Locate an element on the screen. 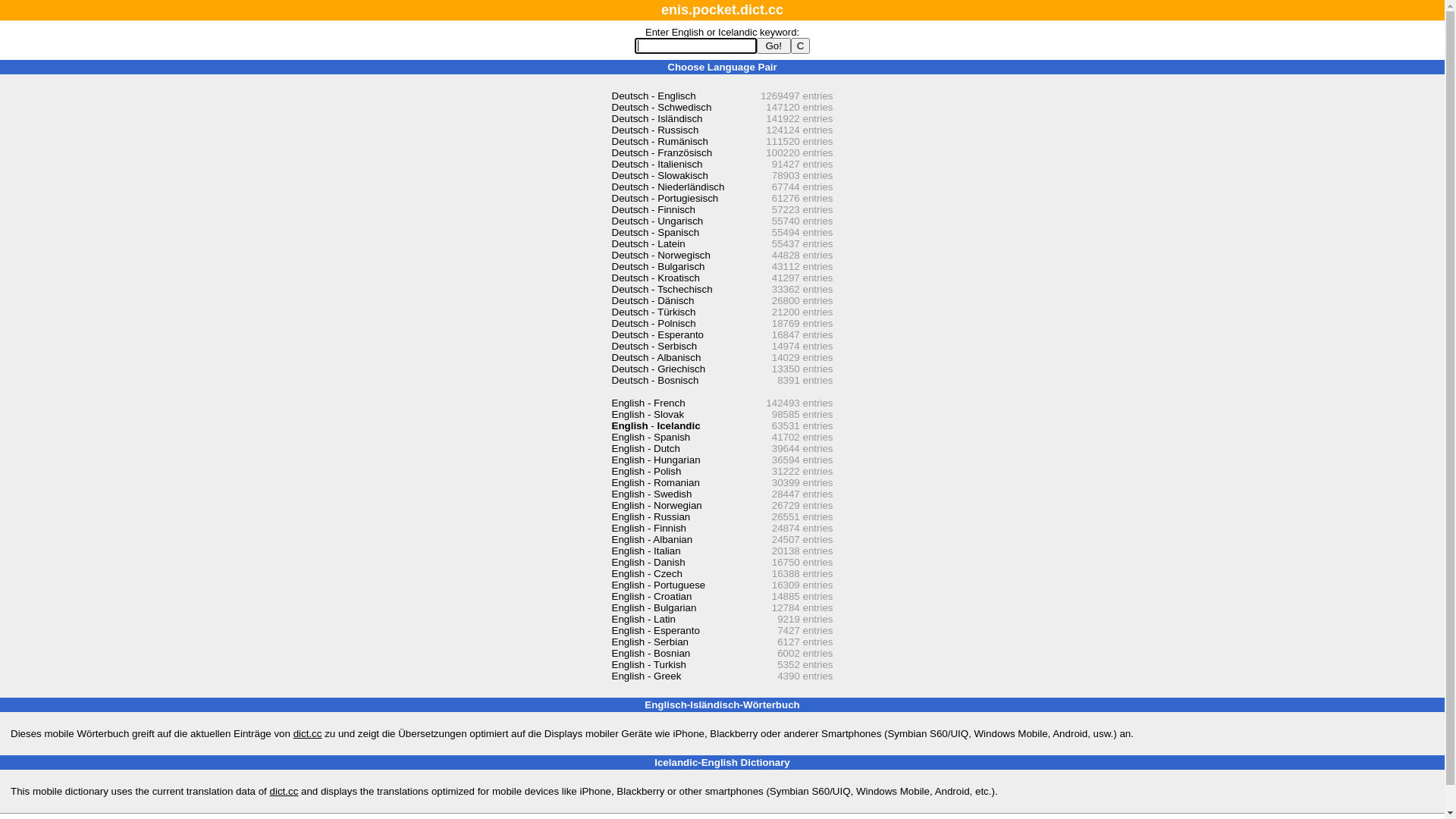 The image size is (1456, 819). 'English - Finnish' is located at coordinates (648, 527).